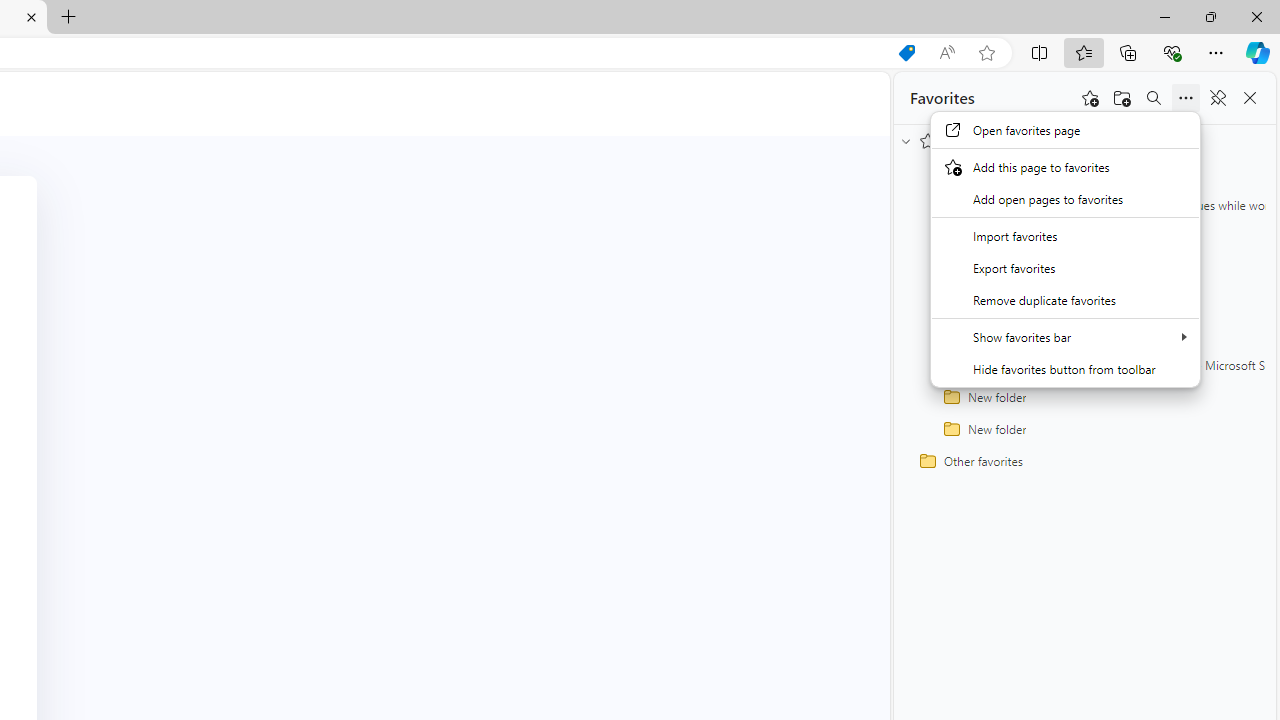 This screenshot has width=1280, height=720. Describe the element at coordinates (1064, 199) in the screenshot. I see `'Add open pages to favorites'` at that location.